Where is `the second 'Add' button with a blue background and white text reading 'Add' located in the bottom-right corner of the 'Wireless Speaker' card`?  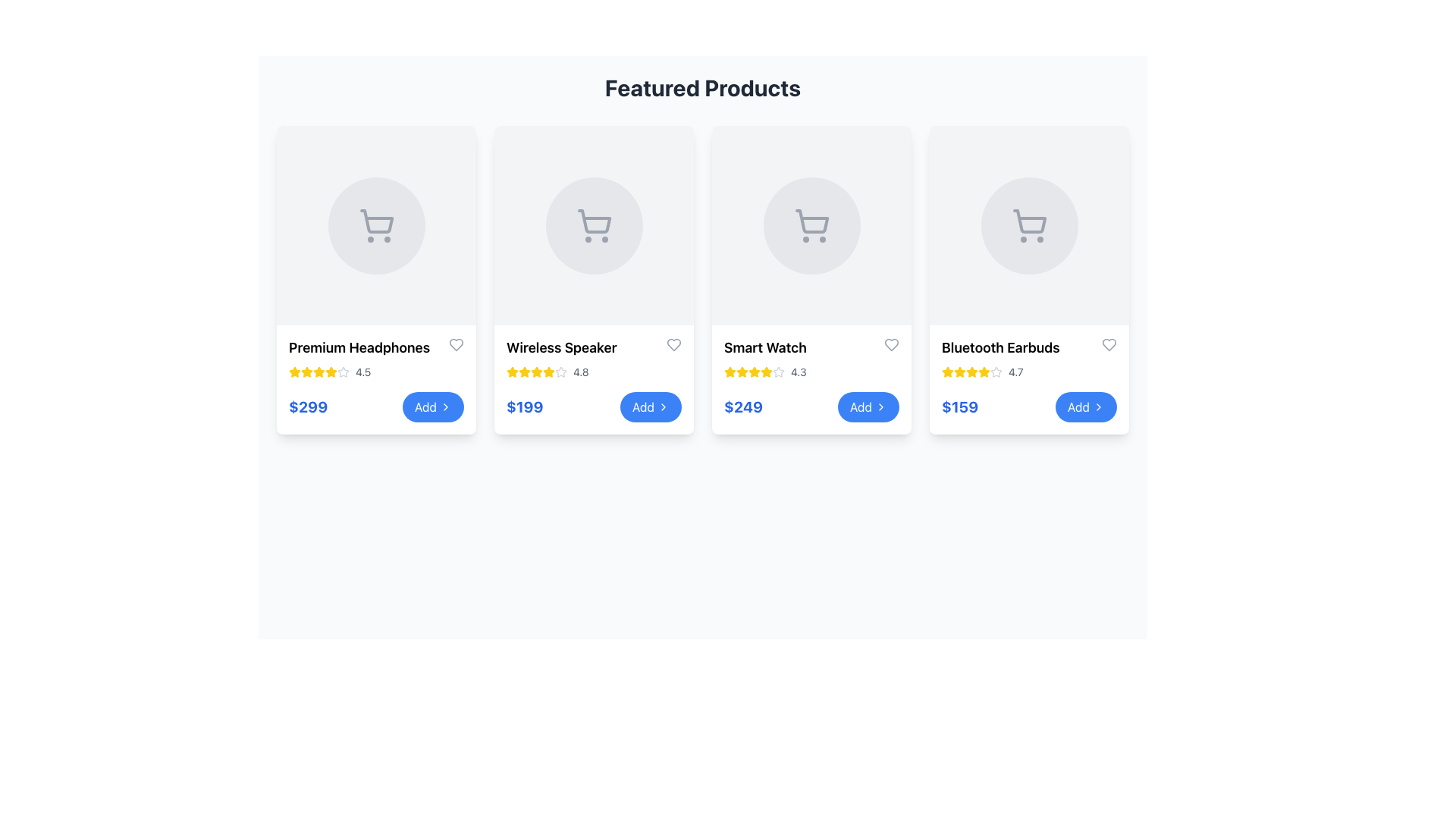 the second 'Add' button with a blue background and white text reading 'Add' located in the bottom-right corner of the 'Wireless Speaker' card is located at coordinates (651, 406).